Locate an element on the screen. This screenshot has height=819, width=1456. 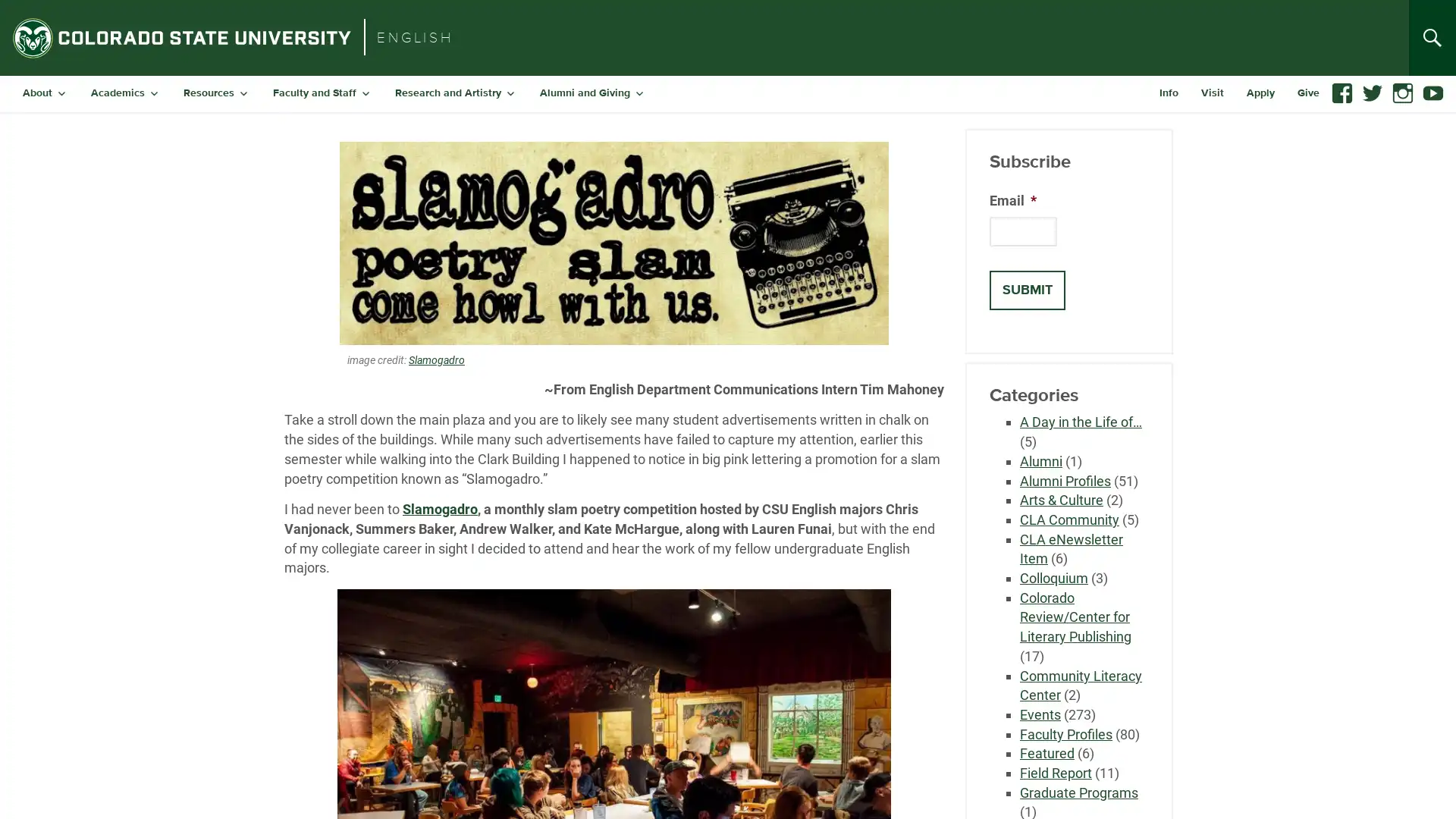
Submit is located at coordinates (1027, 290).